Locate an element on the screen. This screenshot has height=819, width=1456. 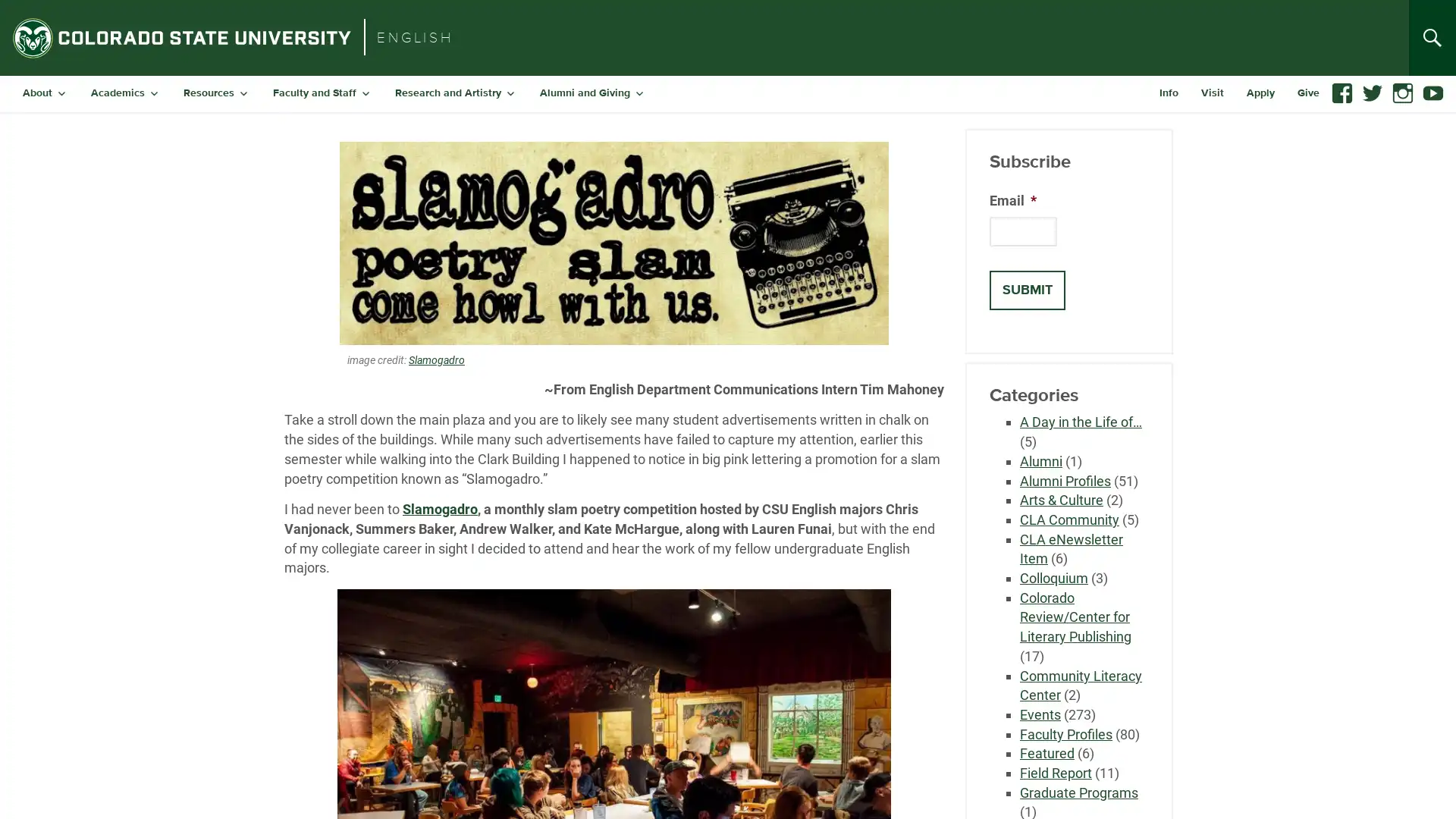
Submit is located at coordinates (1027, 290).